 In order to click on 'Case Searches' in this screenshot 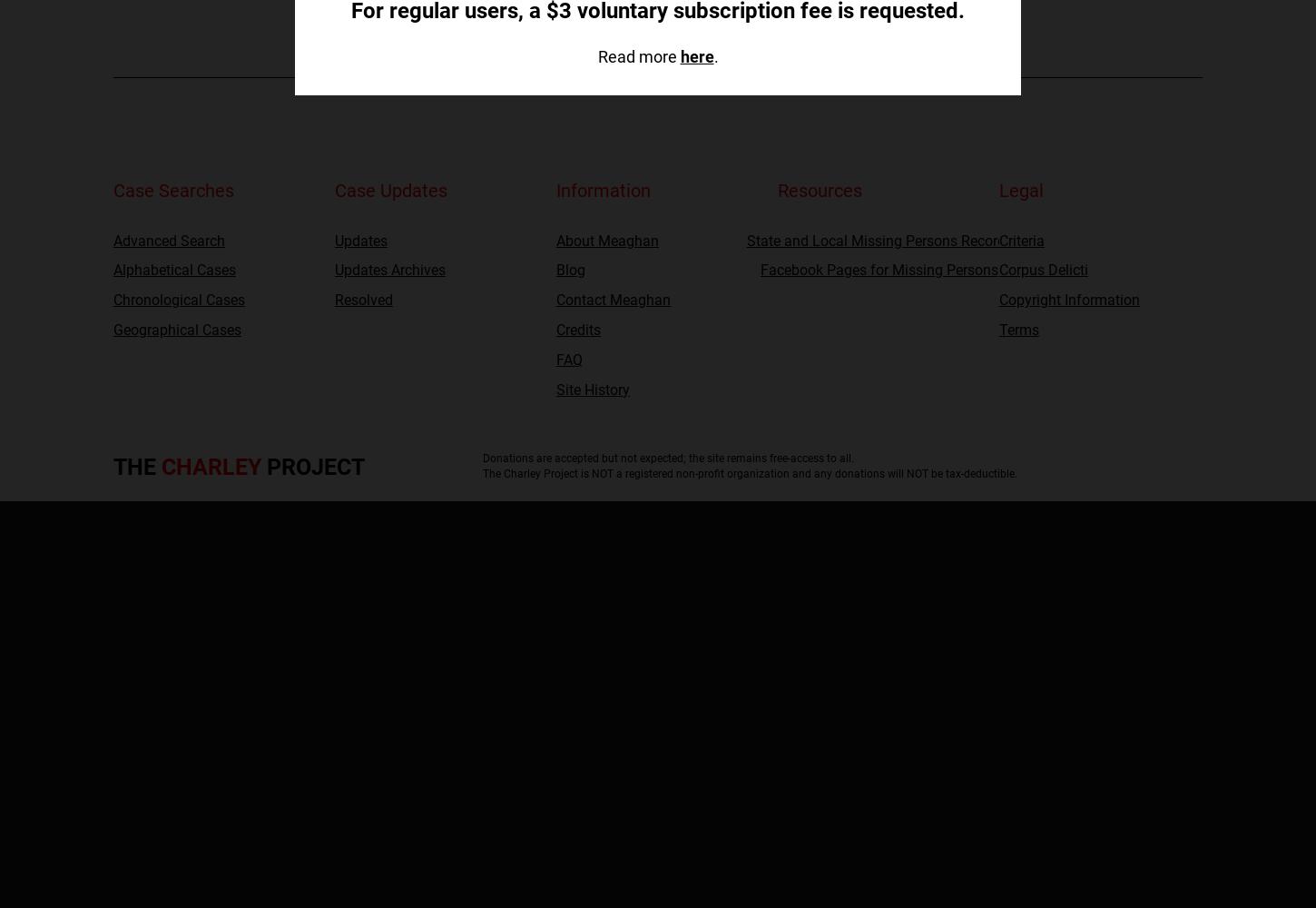, I will do `click(172, 190)`.